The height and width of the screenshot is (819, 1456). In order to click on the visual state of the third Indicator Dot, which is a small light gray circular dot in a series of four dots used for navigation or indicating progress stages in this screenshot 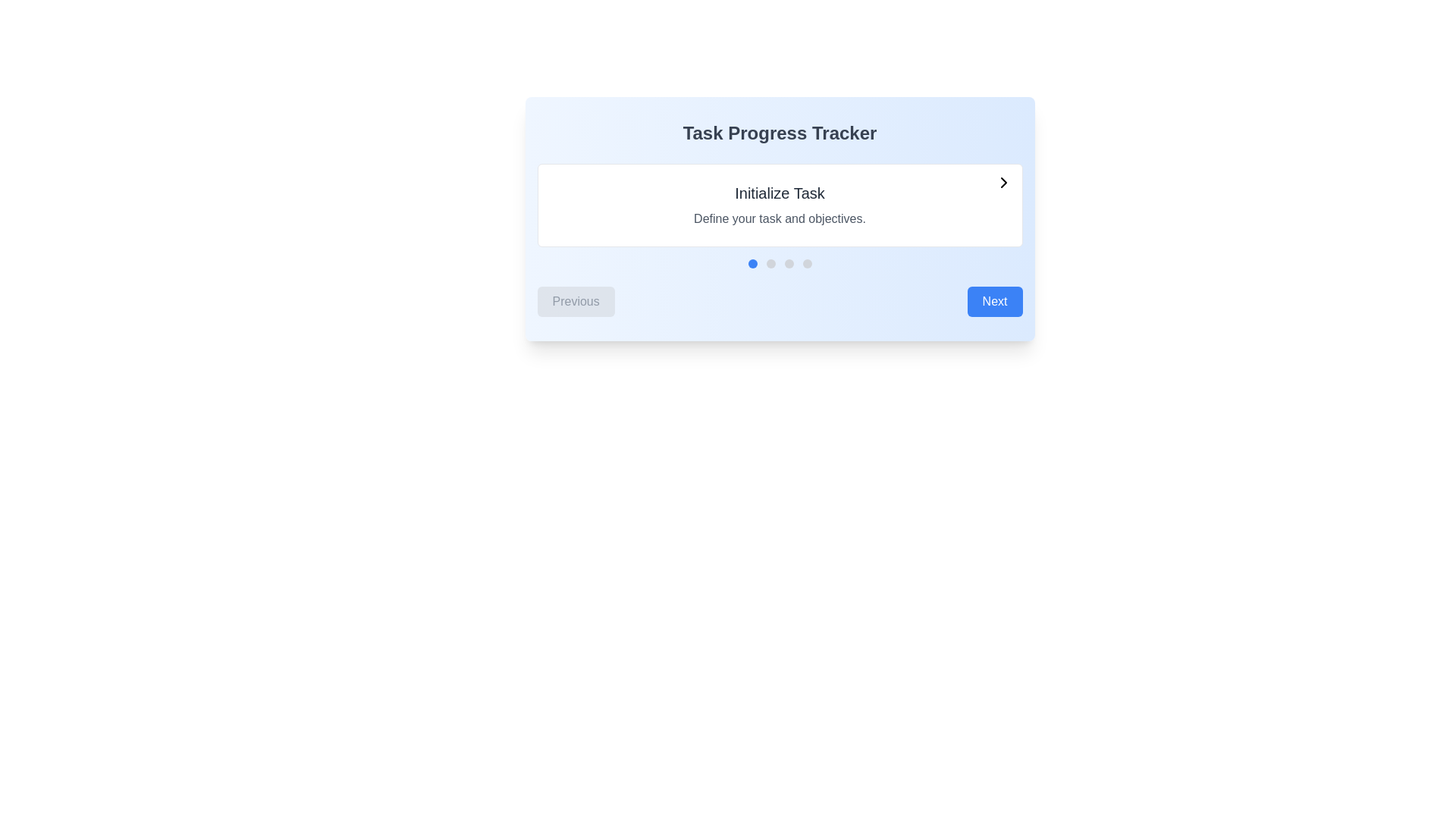, I will do `click(789, 262)`.